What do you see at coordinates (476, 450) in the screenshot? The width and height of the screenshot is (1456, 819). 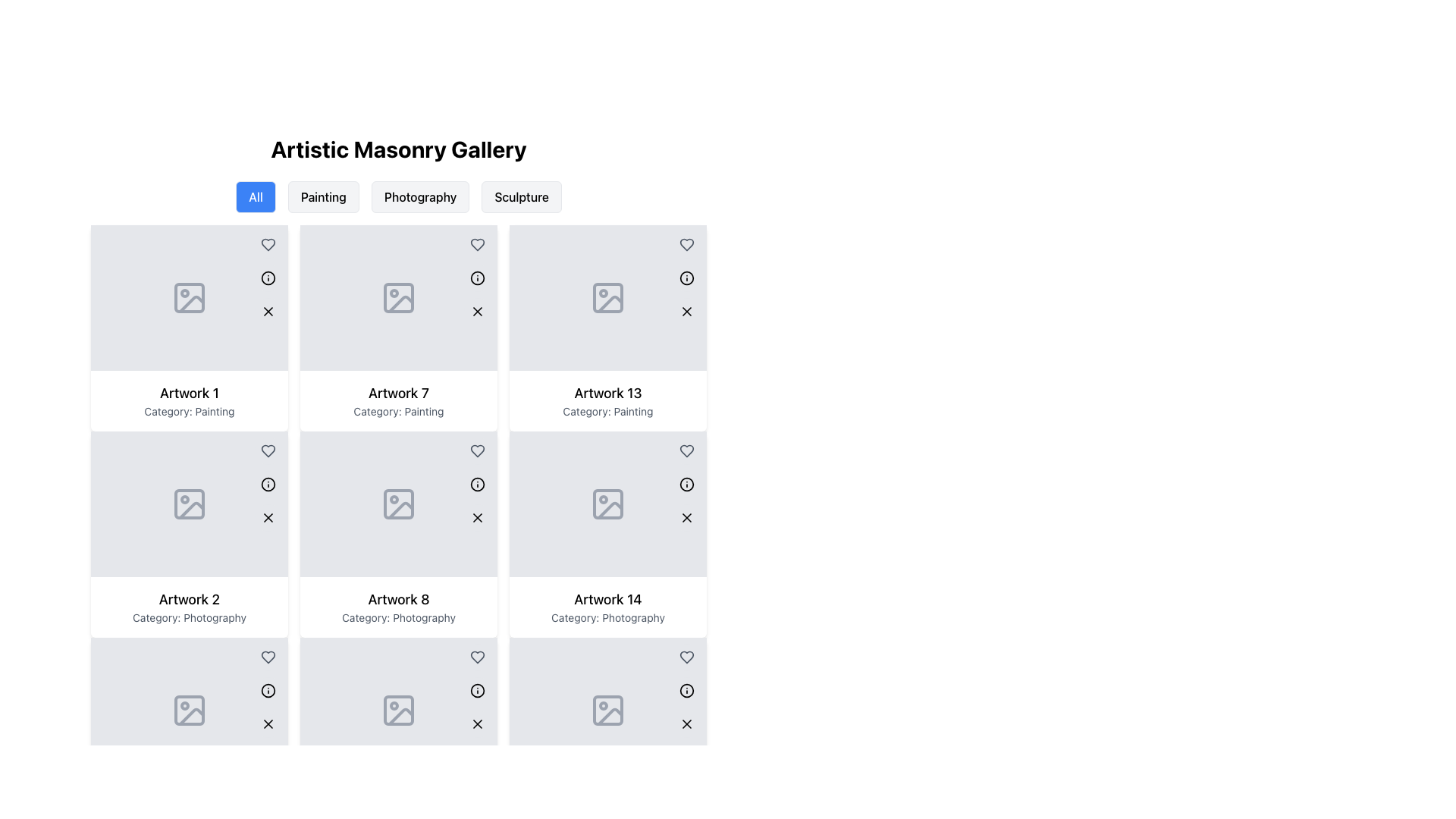 I see `the heart icon in the top-left corner of 'Artwork 8' to favorite the item` at bounding box center [476, 450].